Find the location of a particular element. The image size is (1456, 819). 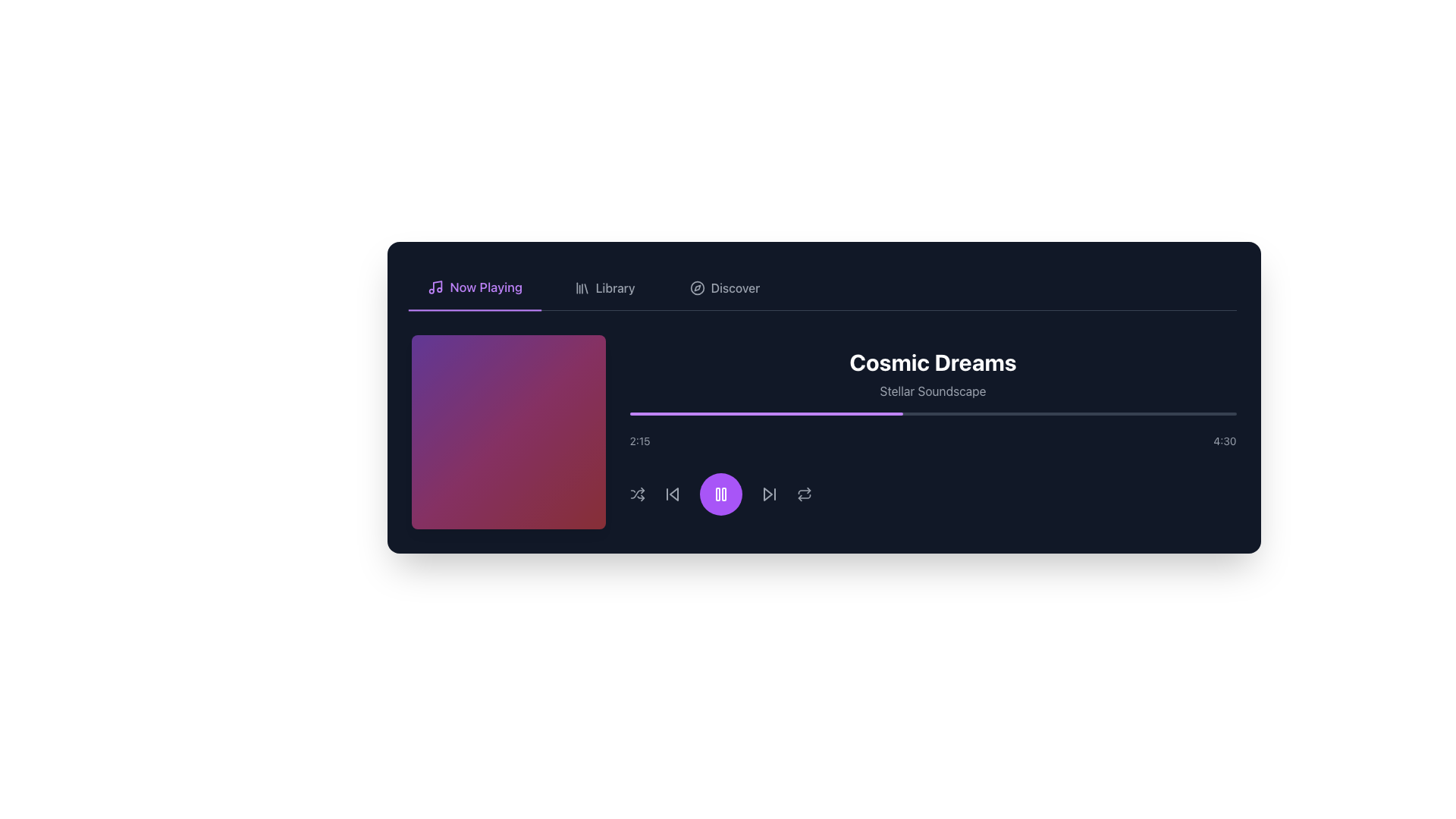

the repeat button located towards the right end of the control panel, which toggles the repeat functionality for media playback is located at coordinates (803, 494).